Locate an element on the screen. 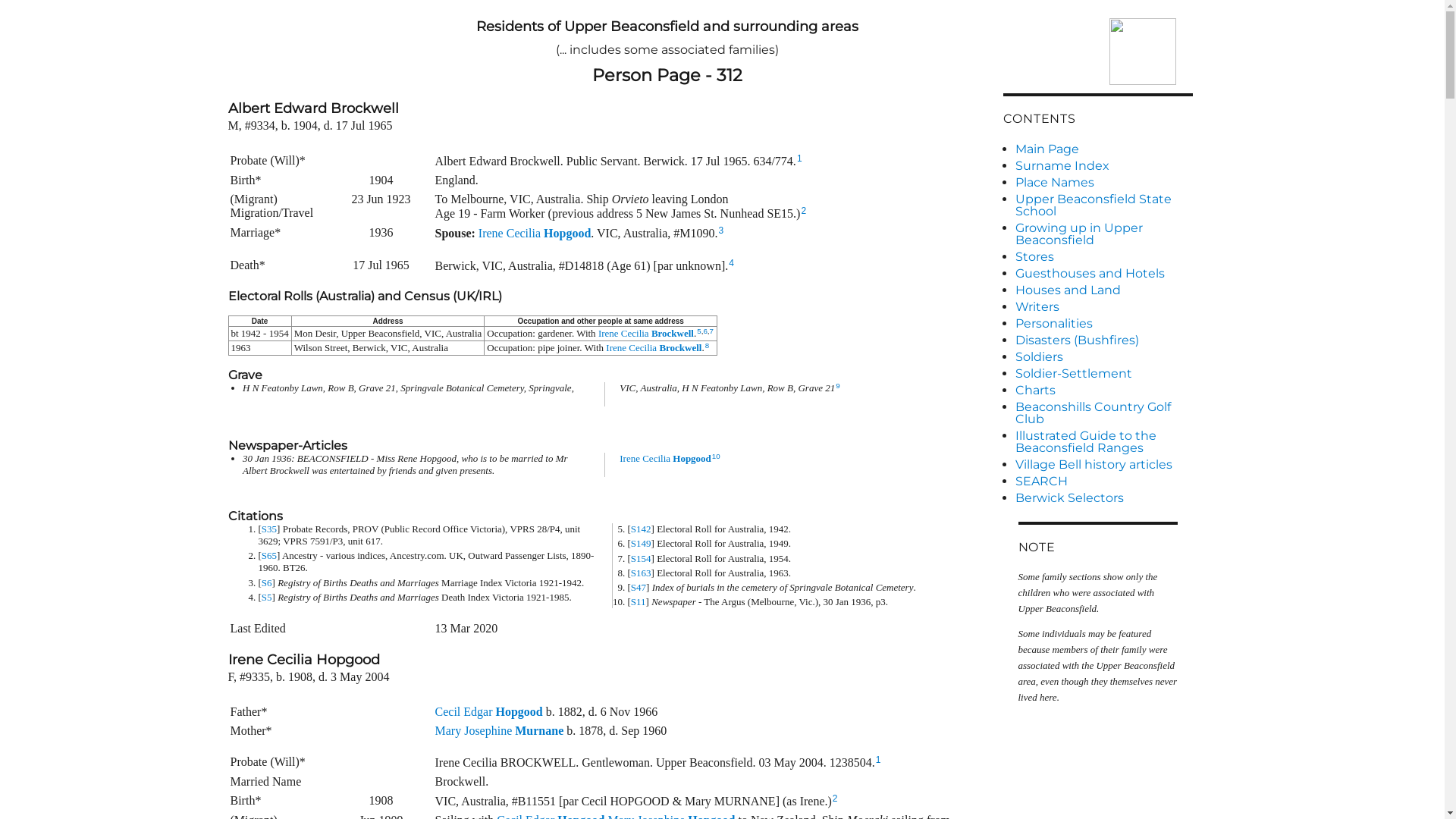 The width and height of the screenshot is (1456, 819). 'Cecil Edgar Hopgood' is located at coordinates (488, 711).